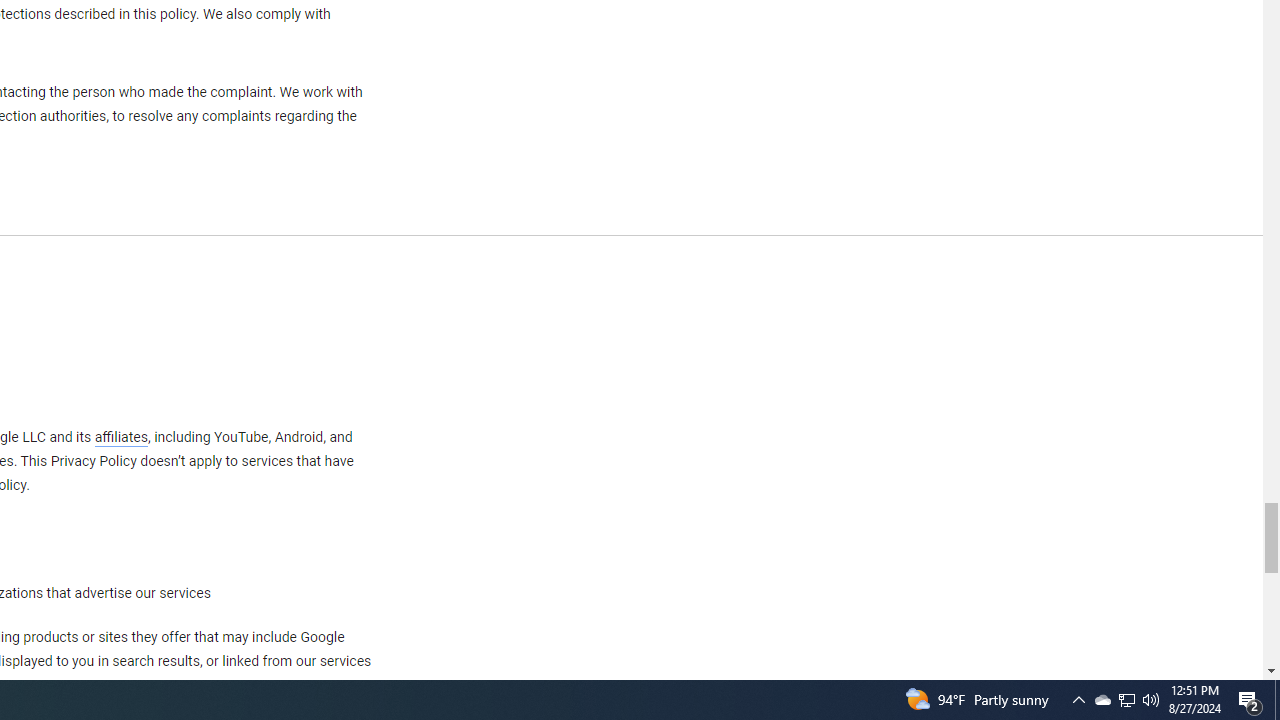 The height and width of the screenshot is (720, 1280). What do you see at coordinates (119, 436) in the screenshot?
I see `'affiliates'` at bounding box center [119, 436].